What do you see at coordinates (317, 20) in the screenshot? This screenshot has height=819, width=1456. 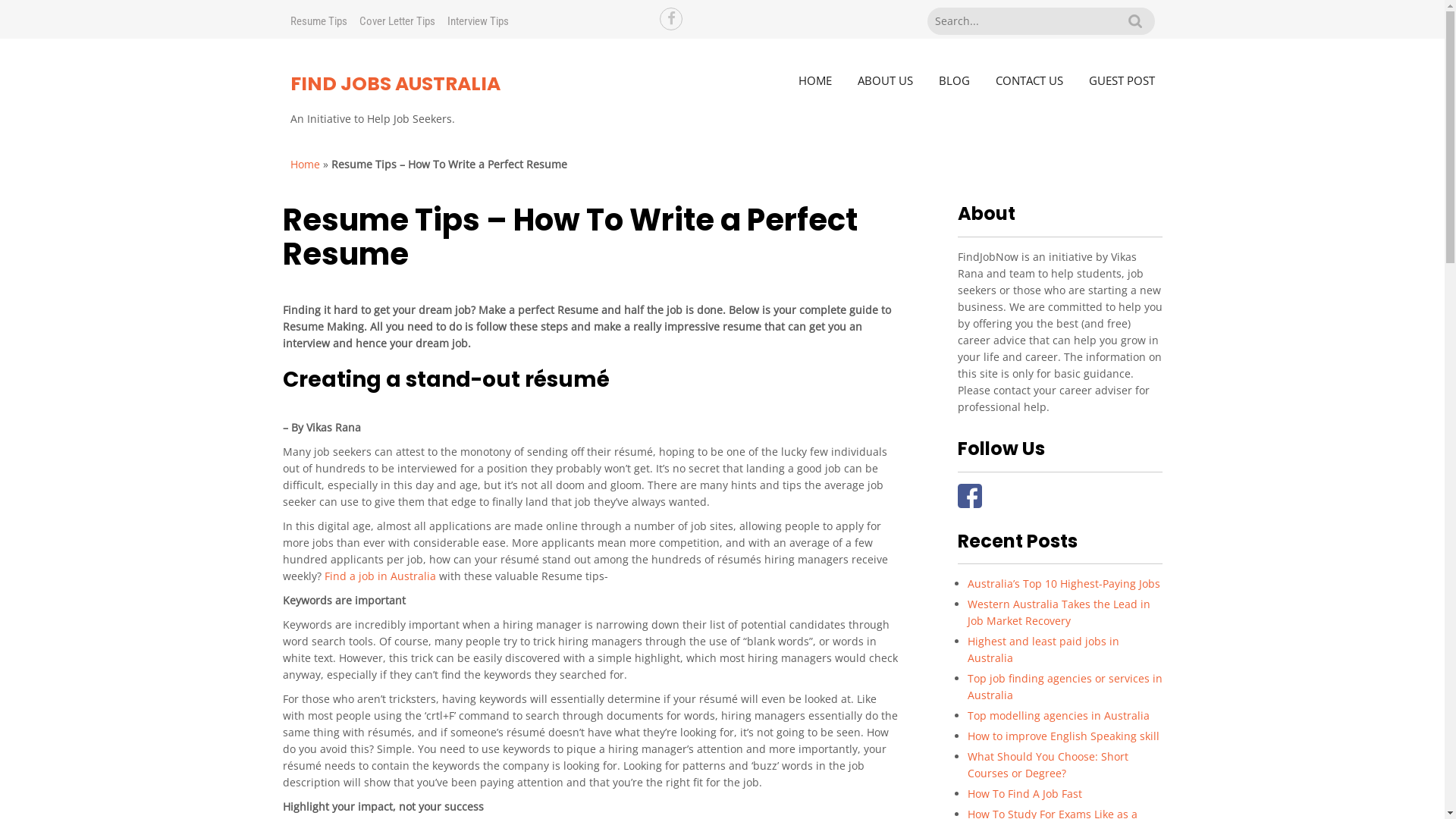 I see `'Resume Tips'` at bounding box center [317, 20].